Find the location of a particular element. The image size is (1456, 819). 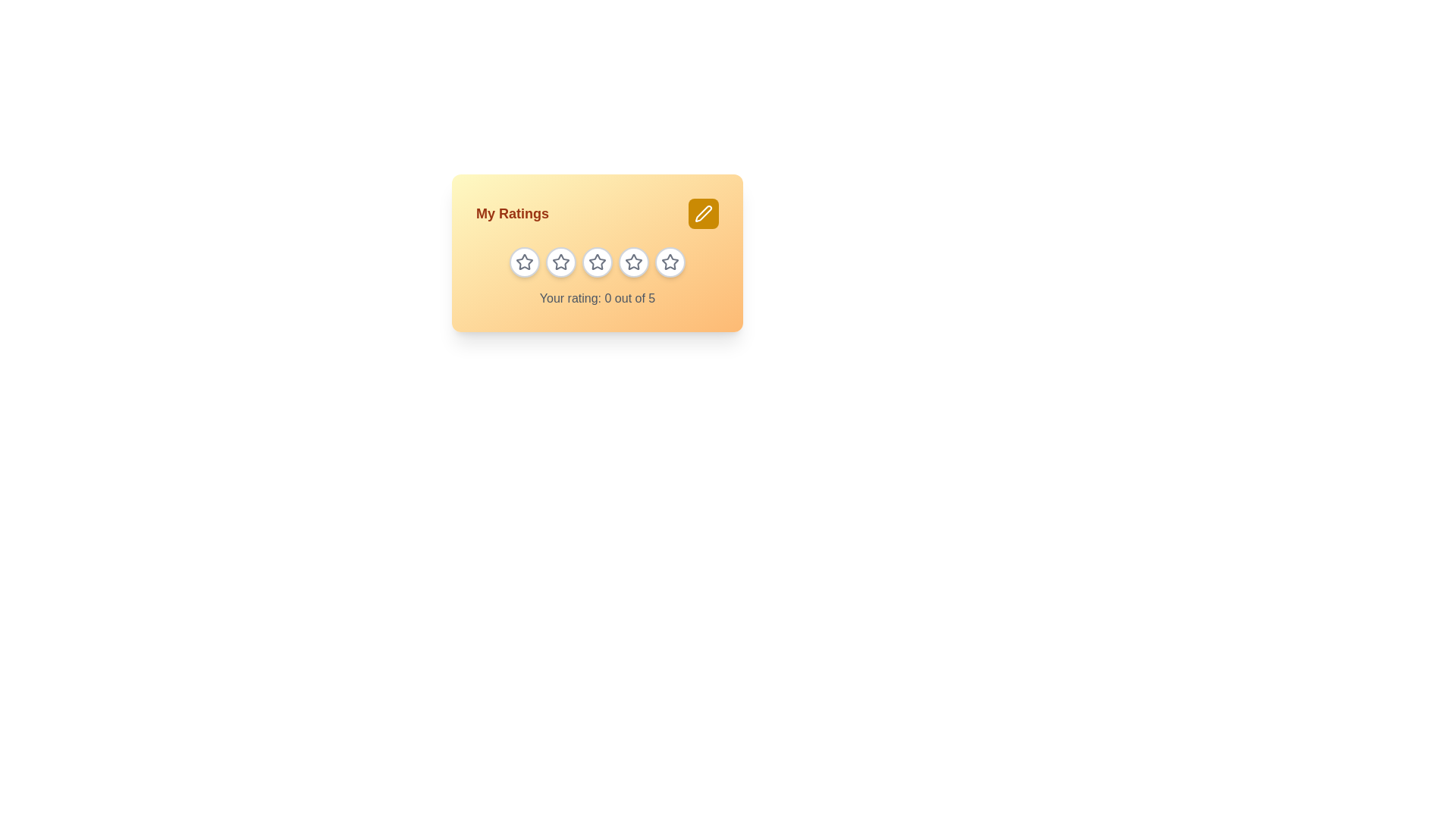

on the fourth star icon in the rating component of the 'My Ratings' card is located at coordinates (633, 262).